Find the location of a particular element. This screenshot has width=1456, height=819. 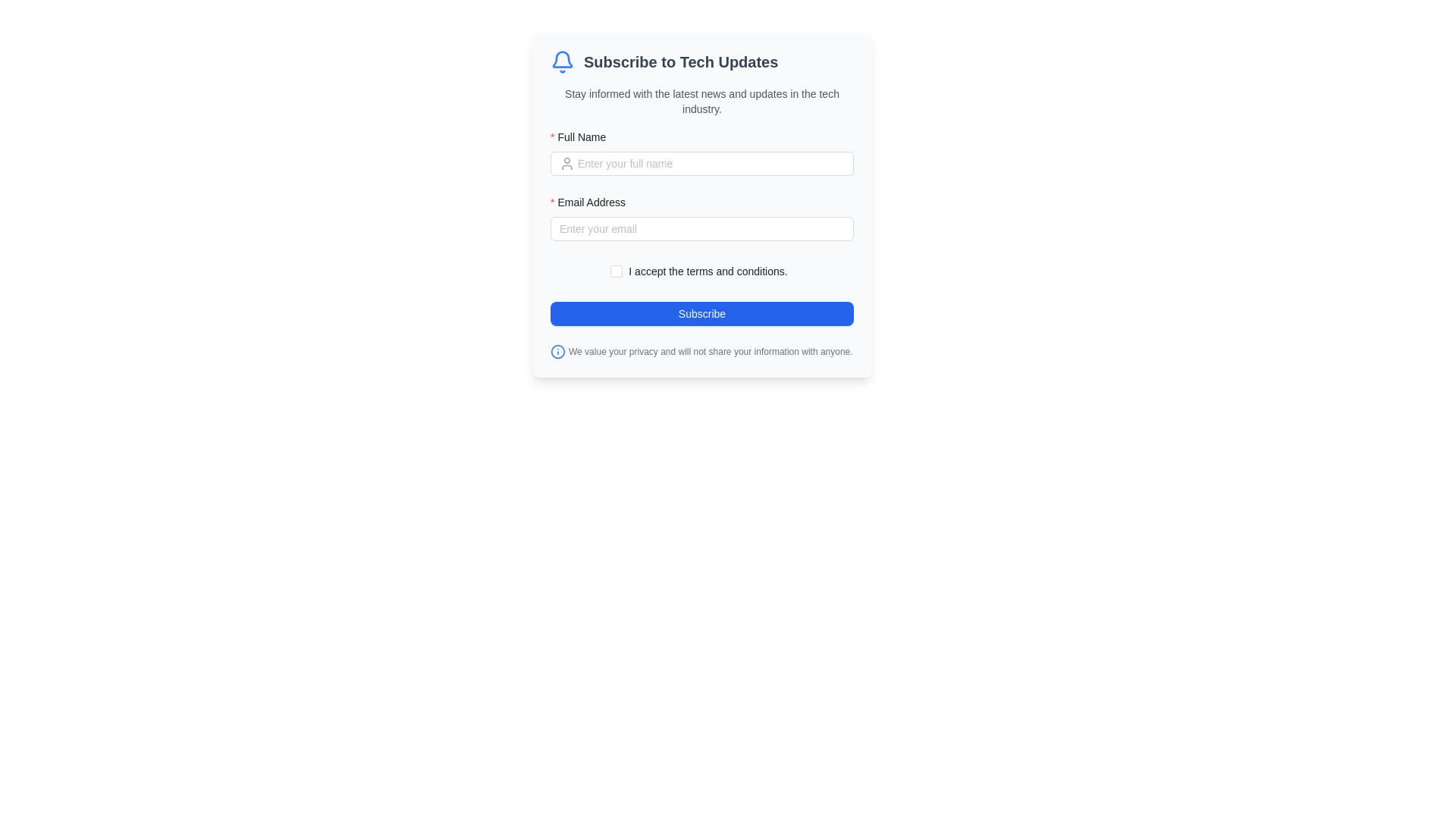

the hyperlink in the label of the checkbox for agreeing to terms and conditions, which is the third input control in the vertical form layout, located above the 'Subscribe' button is located at coordinates (701, 271).